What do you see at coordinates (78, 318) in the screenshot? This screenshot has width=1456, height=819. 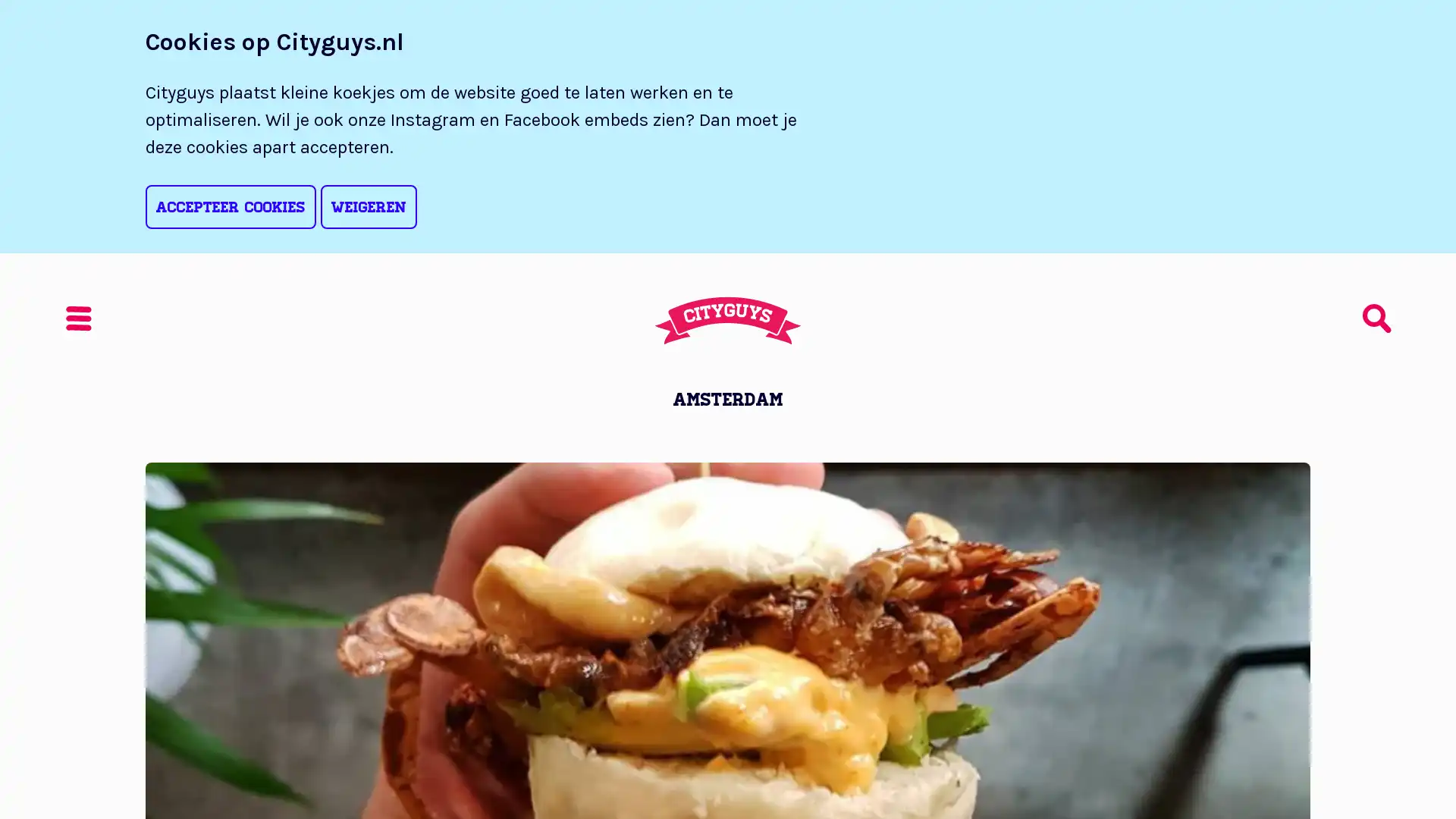 I see `Menu` at bounding box center [78, 318].